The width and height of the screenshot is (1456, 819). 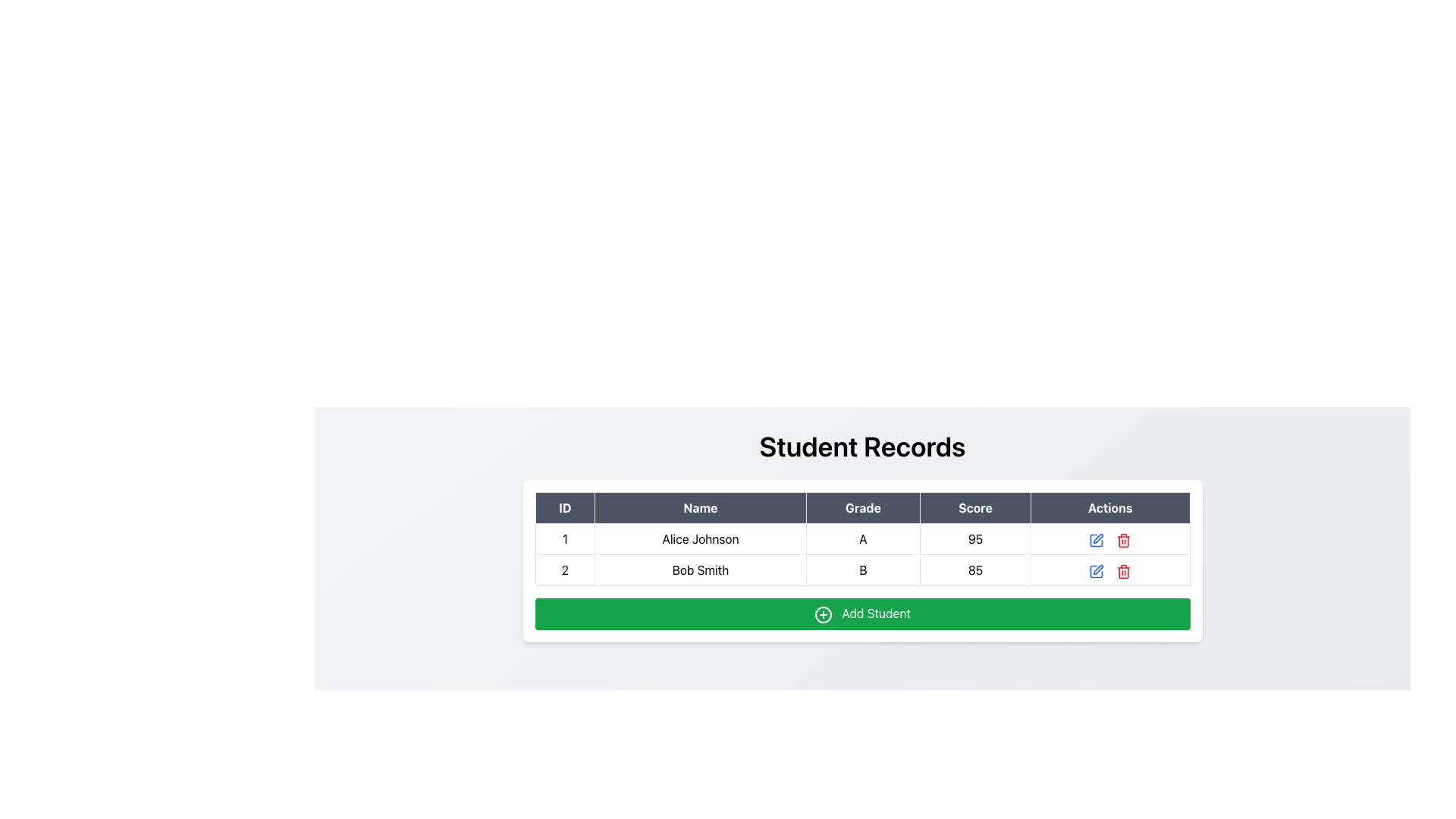 What do you see at coordinates (1124, 571) in the screenshot?
I see `the delete icon in the Actions column of the second row in the Student Records table` at bounding box center [1124, 571].